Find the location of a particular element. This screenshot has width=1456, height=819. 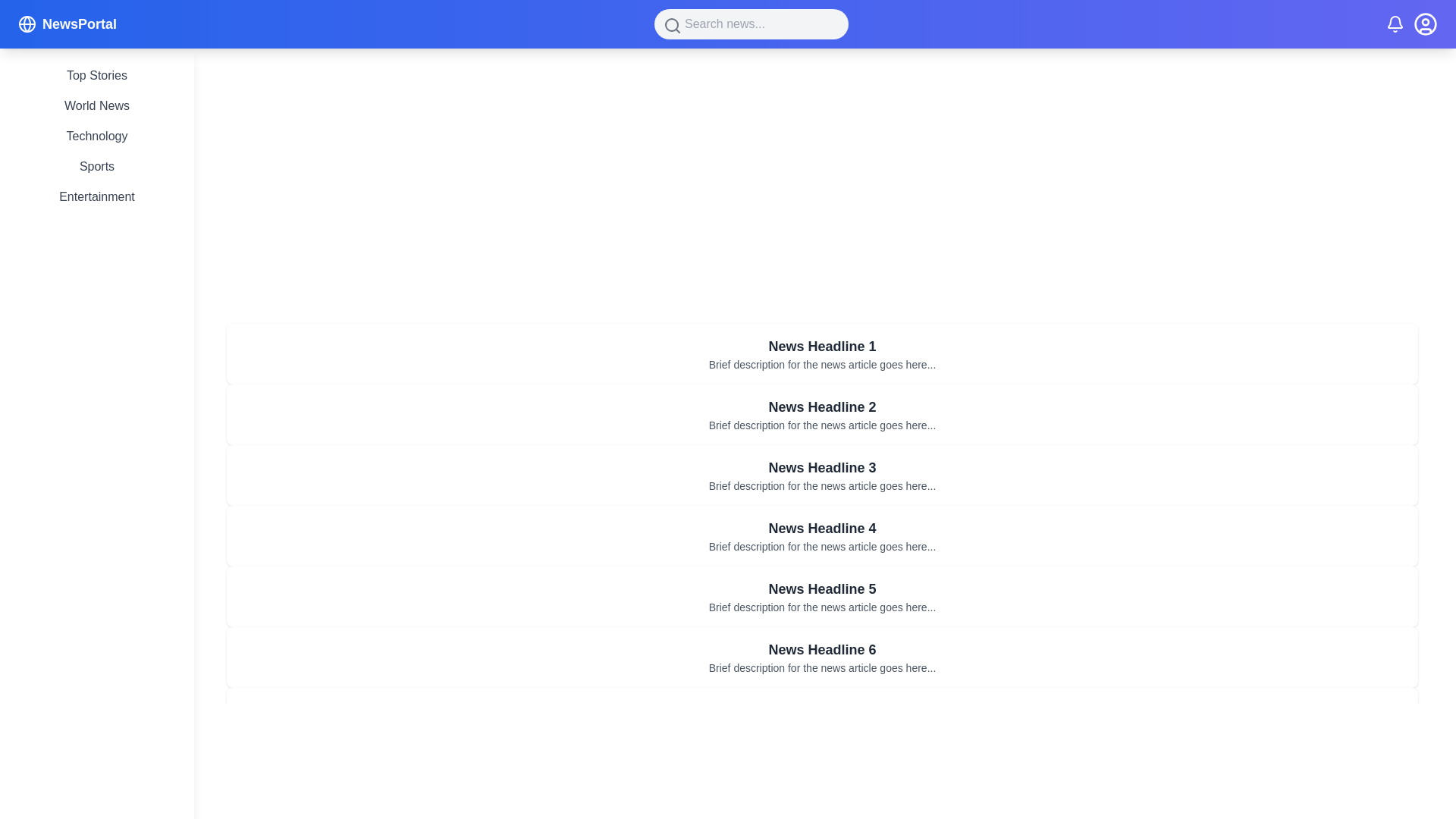

the 'Top Stories' static text element, which is styled in gray and highlights to indigo when hovered, located at the top of the vertical list on the left sidebar is located at coordinates (96, 76).